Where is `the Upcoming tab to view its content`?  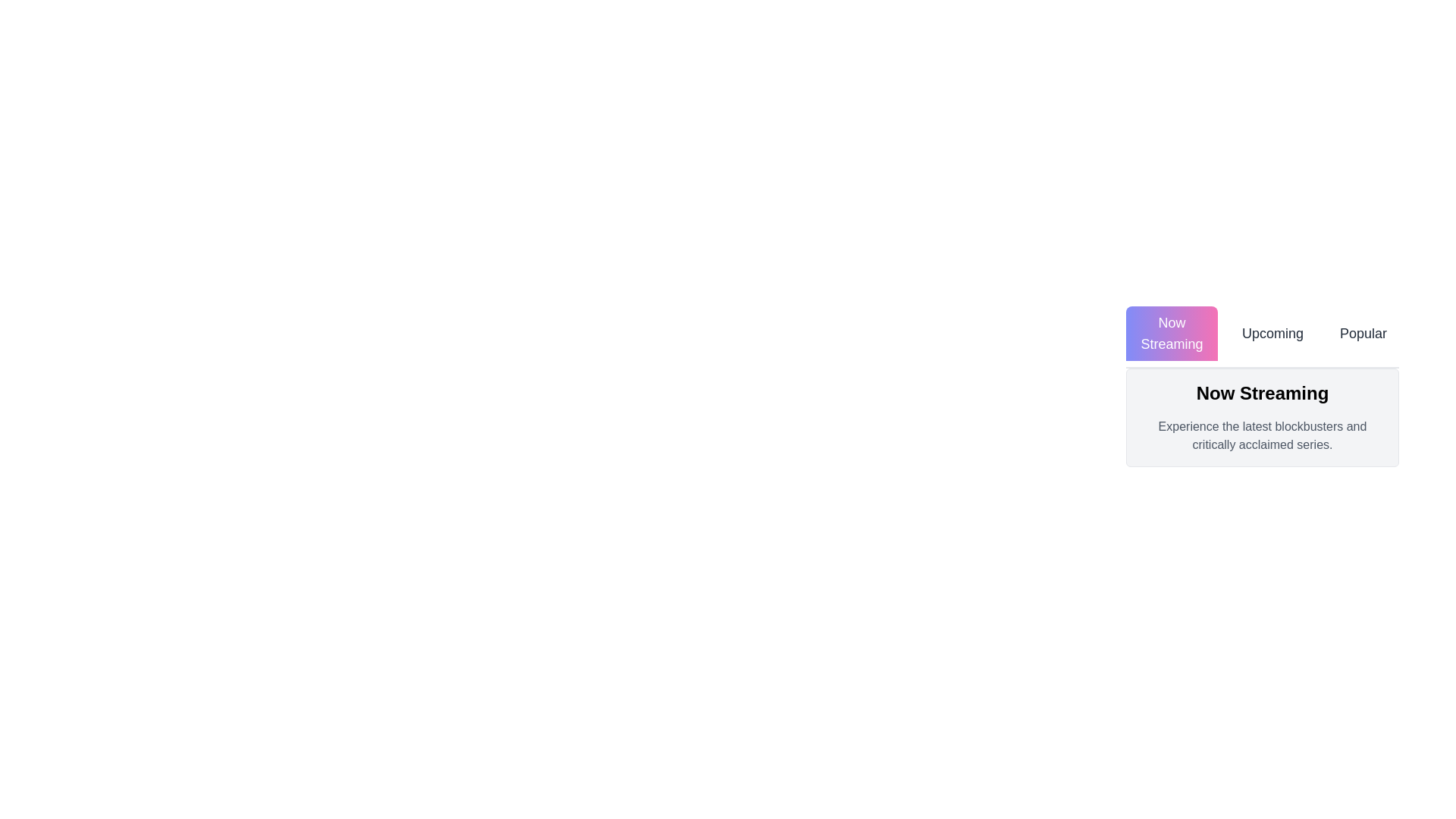
the Upcoming tab to view its content is located at coordinates (1272, 332).